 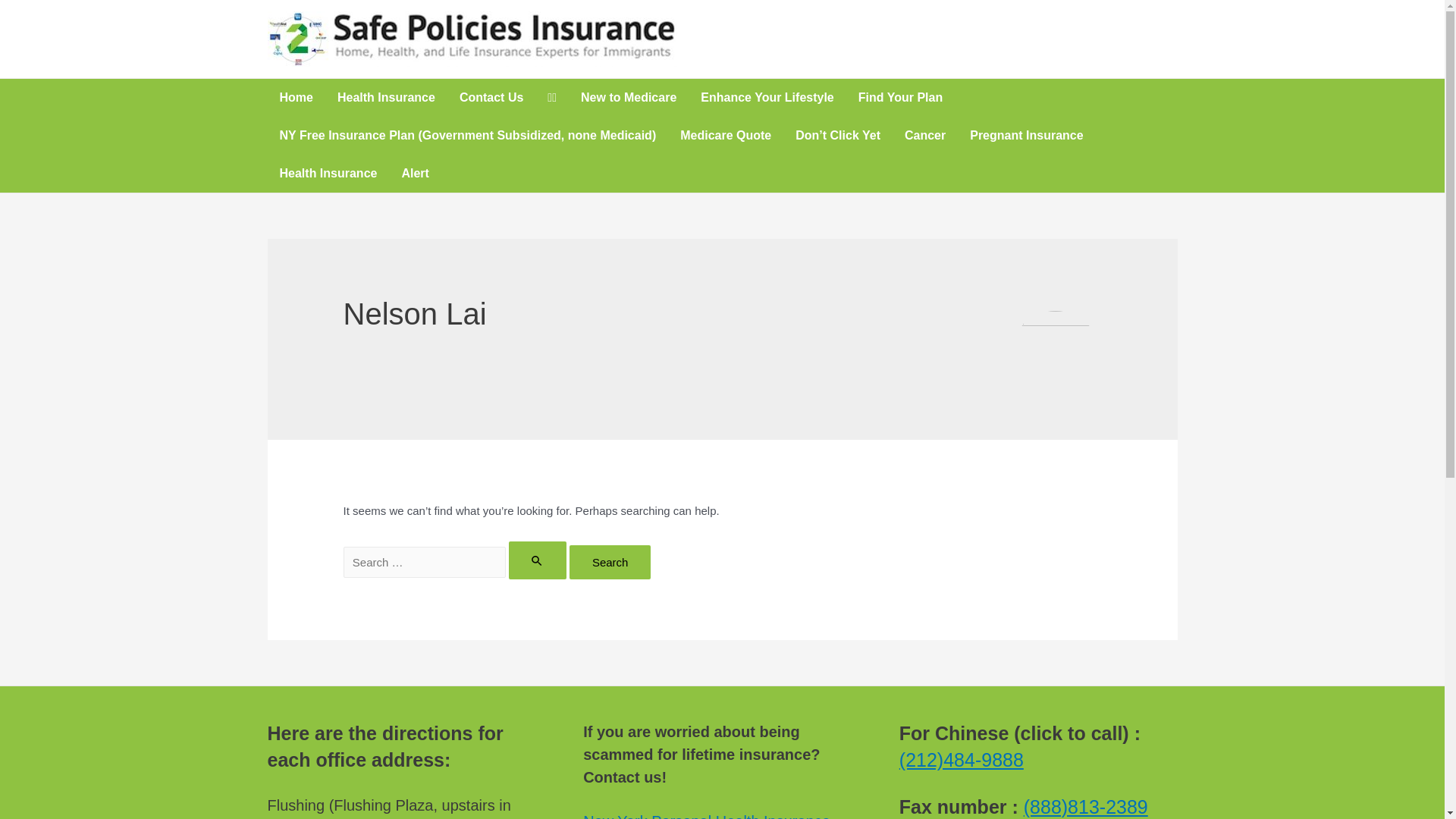 What do you see at coordinates (900, 97) in the screenshot?
I see `'Find Your Plan'` at bounding box center [900, 97].